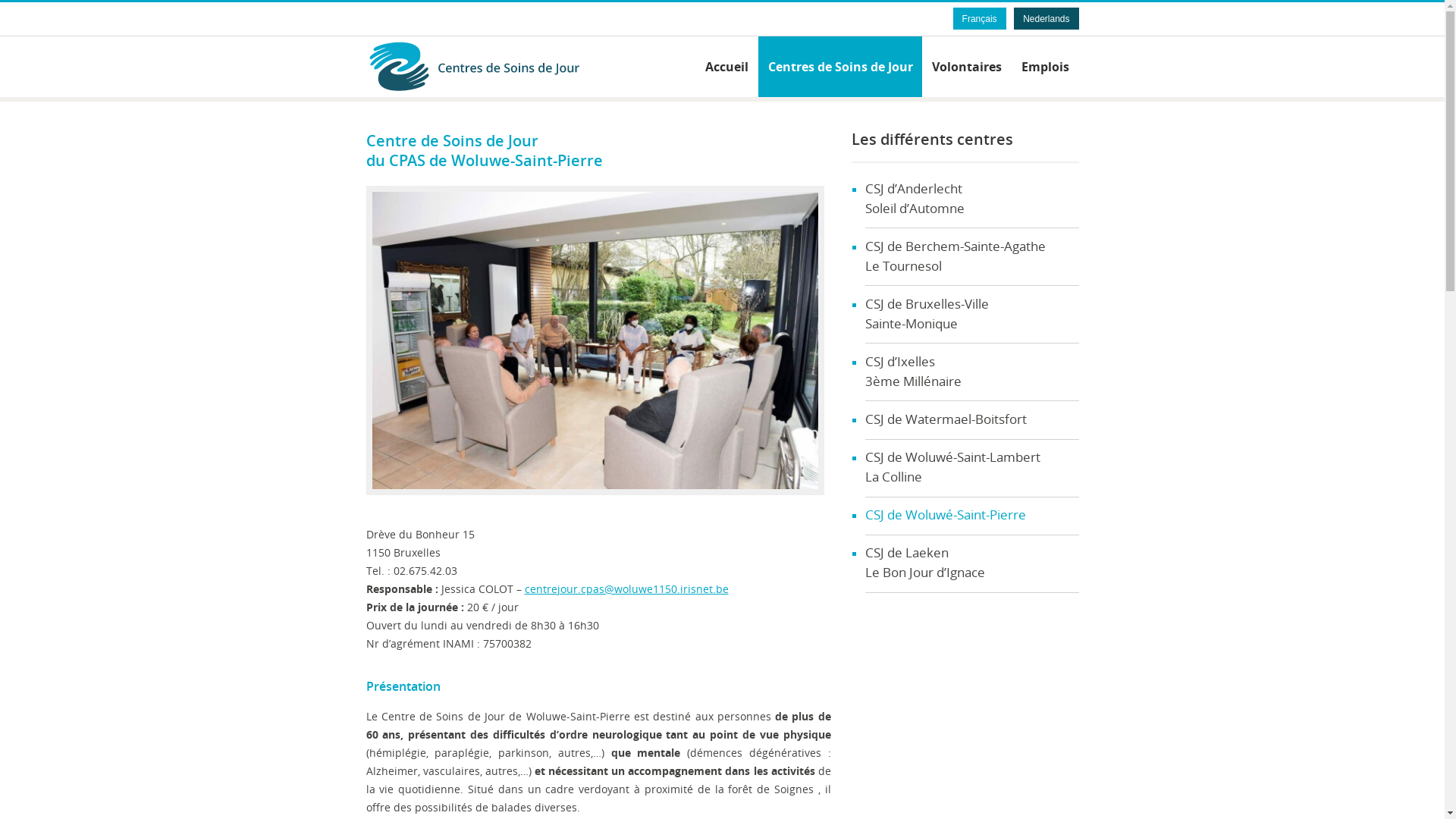  What do you see at coordinates (864, 256) in the screenshot?
I see `'CSJ de Berchem-Sainte-Agathe` at bounding box center [864, 256].